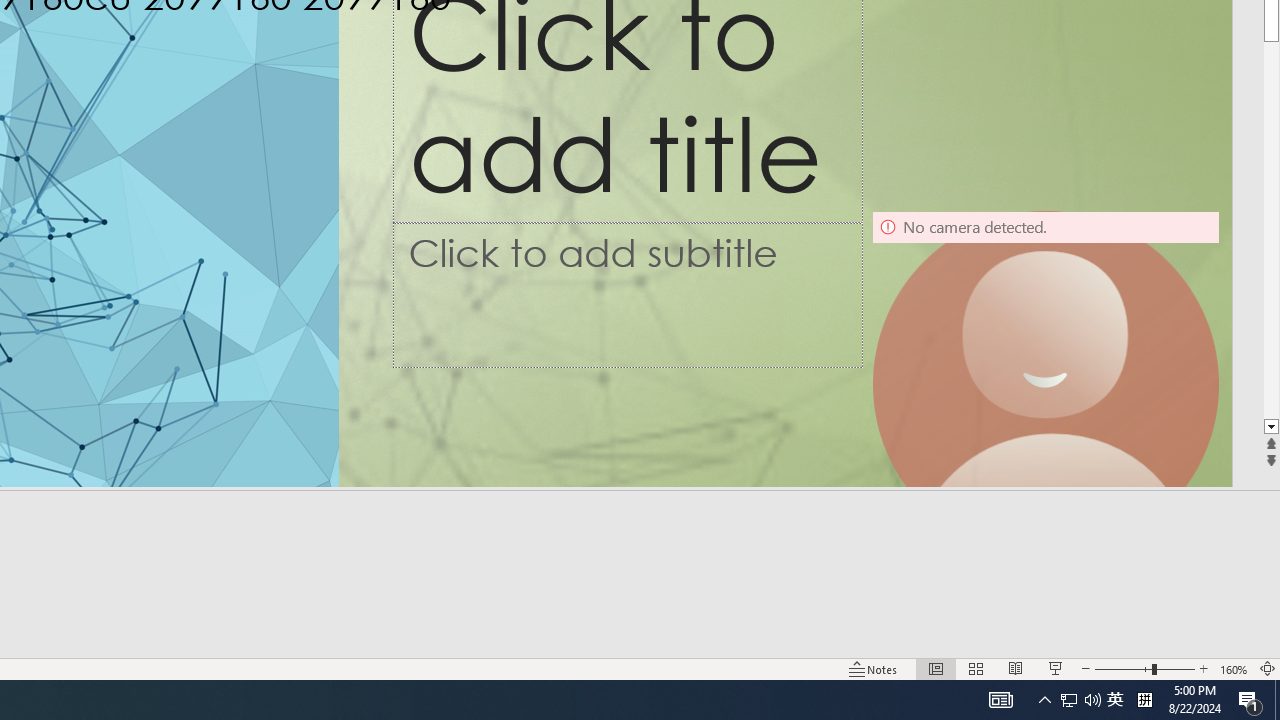 The width and height of the screenshot is (1280, 720). What do you see at coordinates (1203, 669) in the screenshot?
I see `'Zoom In'` at bounding box center [1203, 669].